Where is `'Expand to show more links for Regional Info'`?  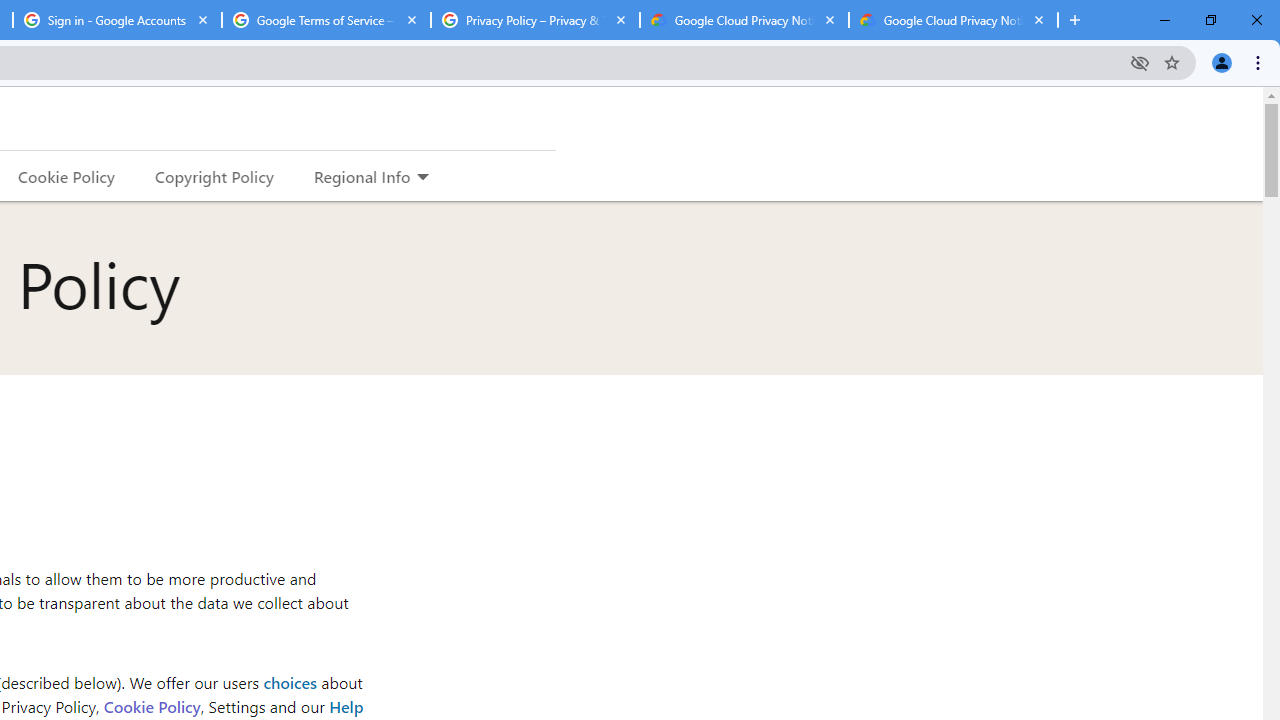 'Expand to show more links for Regional Info' is located at coordinates (421, 177).